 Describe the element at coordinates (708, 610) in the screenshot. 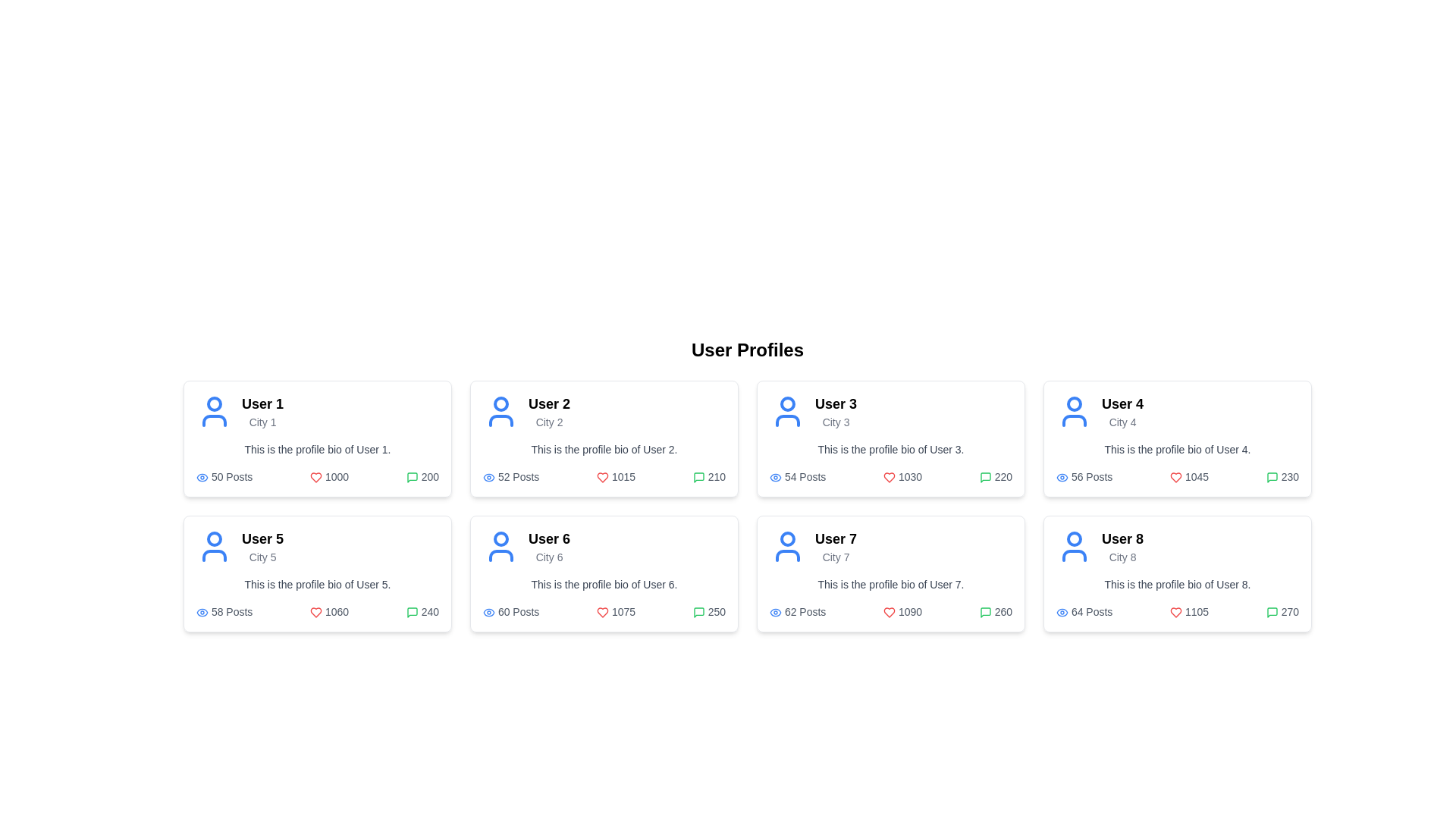

I see `the green bubble icon displaying the number of comments or messages associated with 'User 6's profile, located in the bottom-right corner of the user profile card` at that location.